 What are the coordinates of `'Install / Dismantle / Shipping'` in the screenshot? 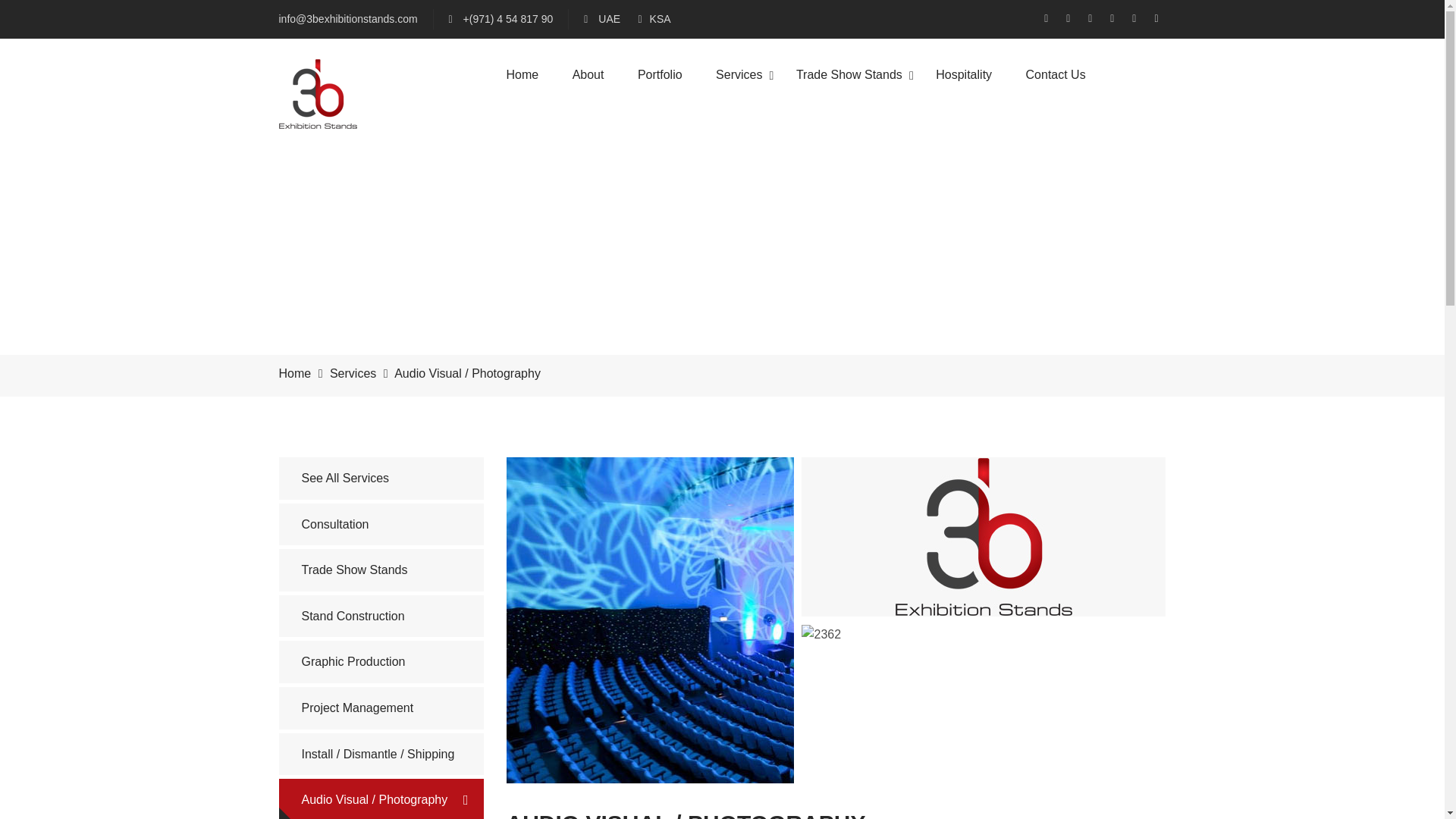 It's located at (381, 755).